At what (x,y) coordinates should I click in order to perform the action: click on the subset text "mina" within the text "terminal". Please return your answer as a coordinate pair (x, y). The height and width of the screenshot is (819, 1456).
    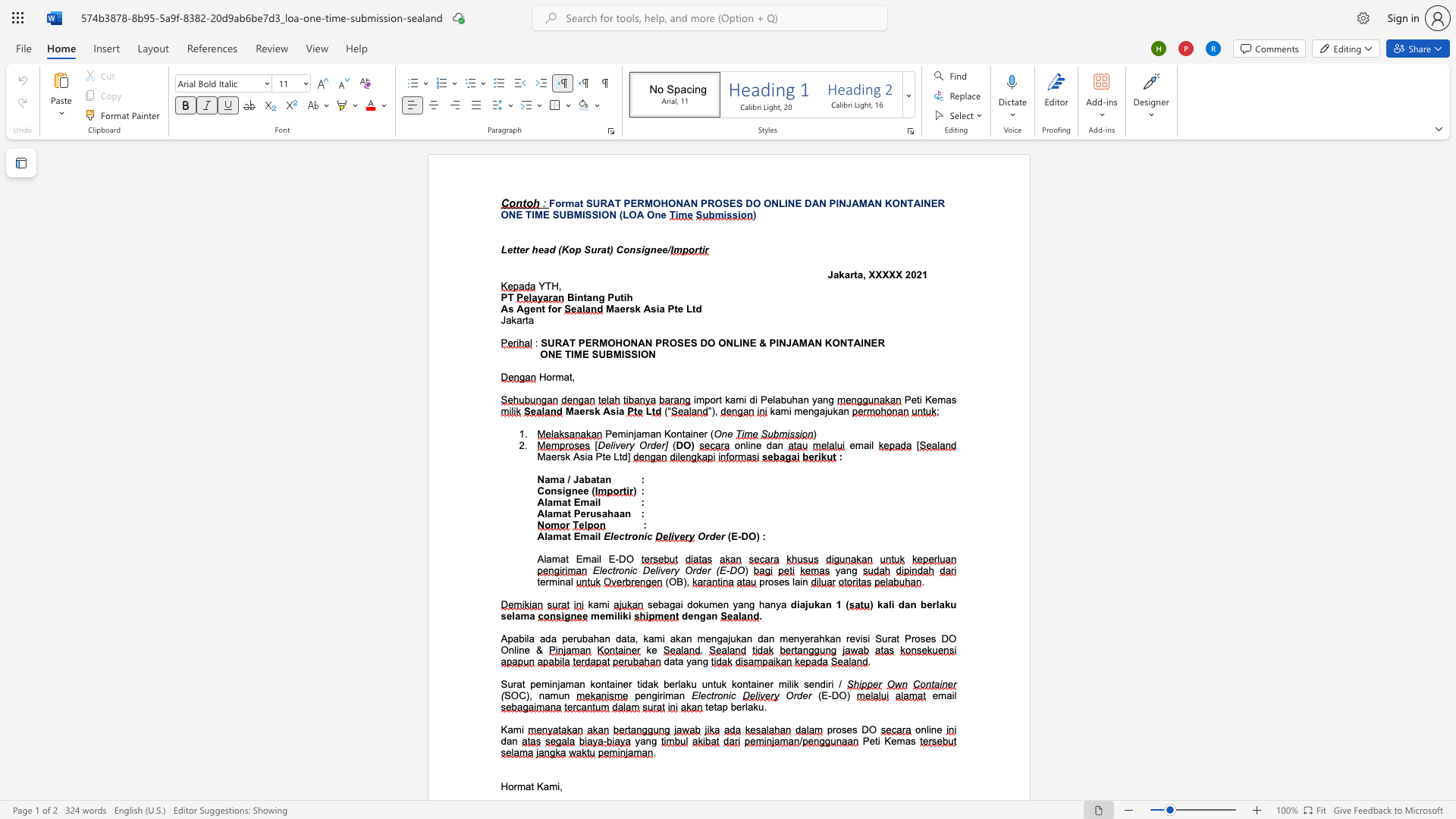
    Looking at the image, I should click on (548, 581).